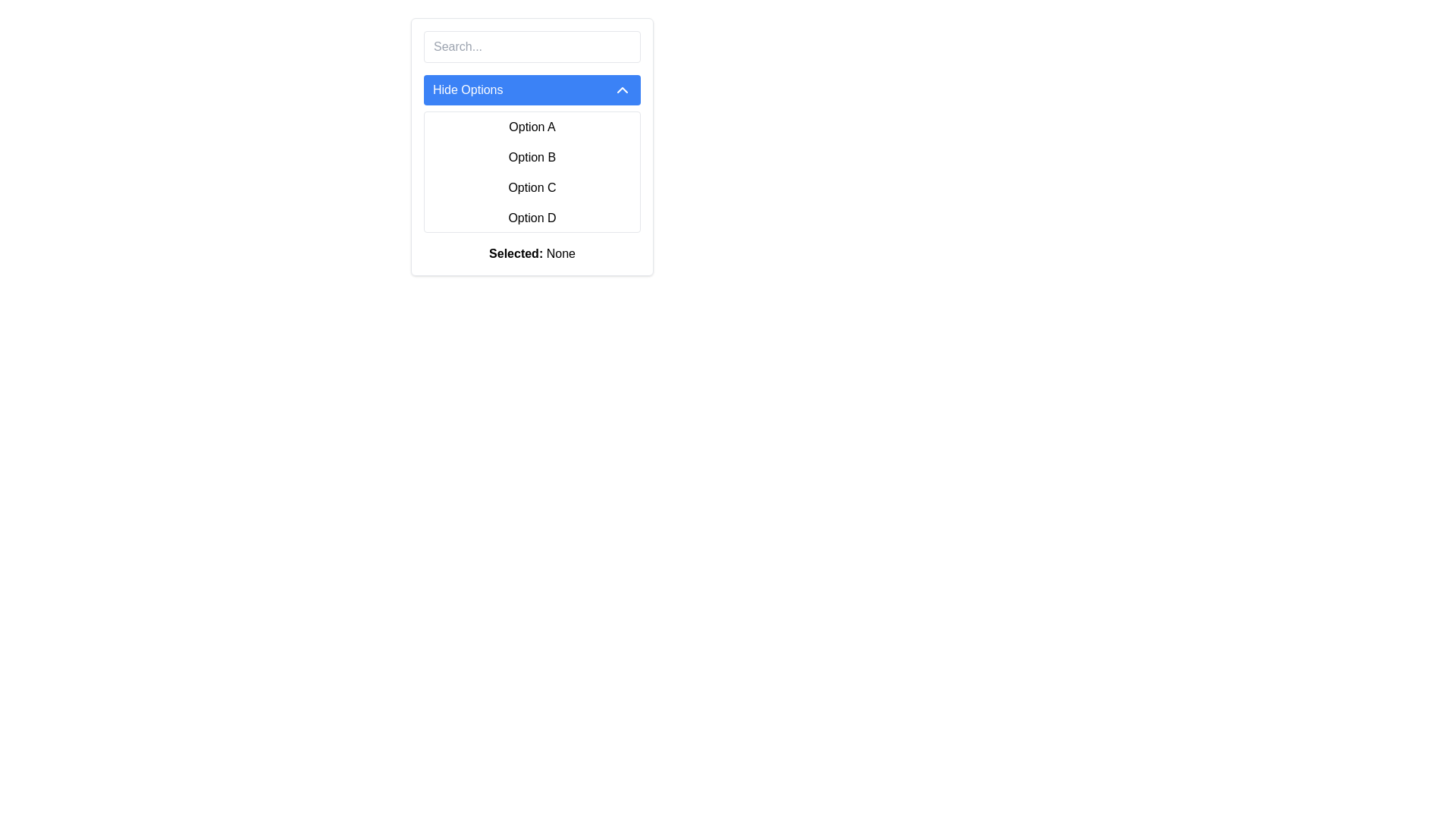 This screenshot has width=1456, height=819. I want to click on the chevron-up icon located at the far-right of the blue button labeled 'Hide Options', so click(622, 90).